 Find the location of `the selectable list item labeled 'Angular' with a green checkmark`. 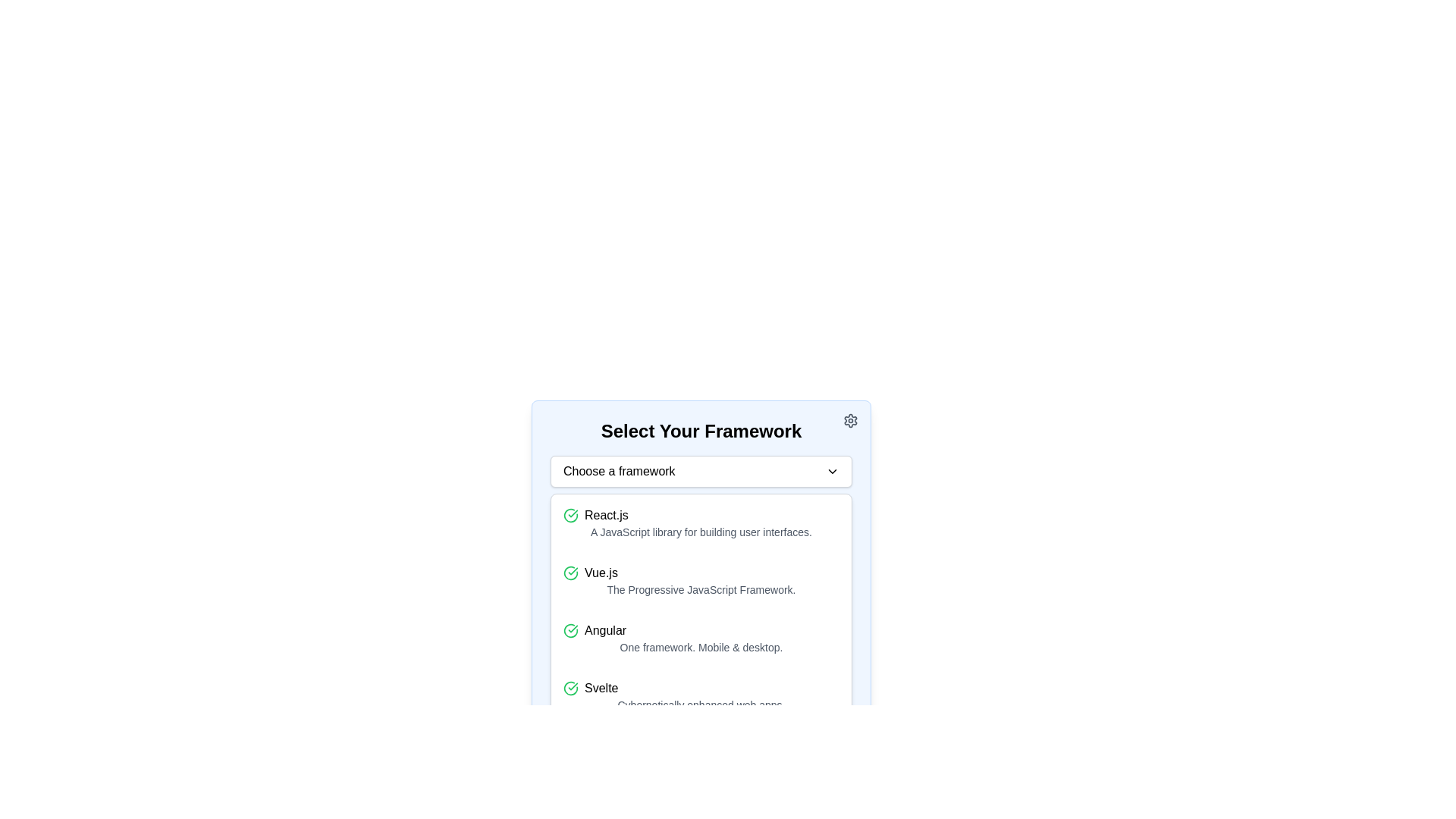

the selectable list item labeled 'Angular' with a green checkmark is located at coordinates (701, 638).